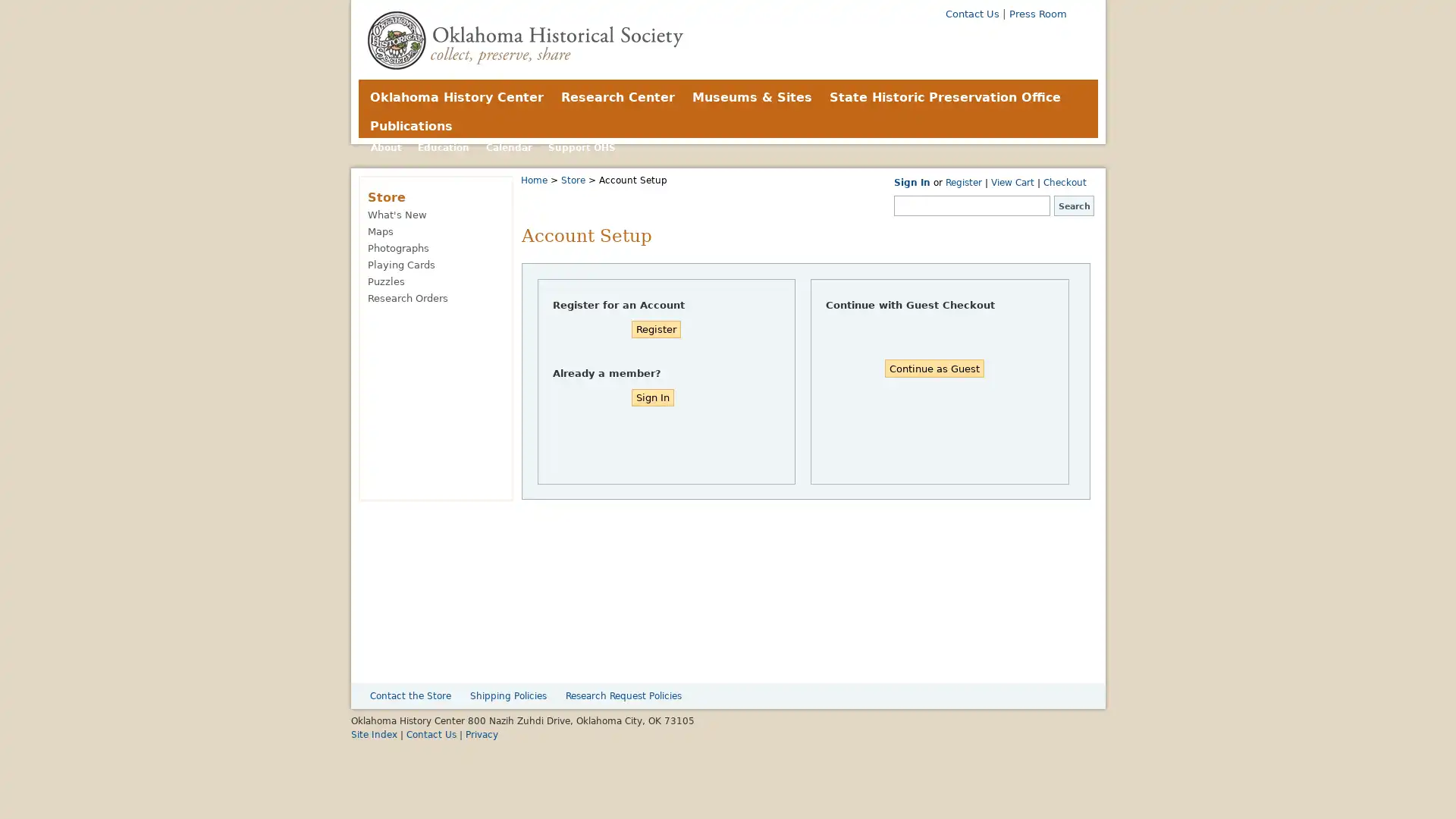 The height and width of the screenshot is (819, 1456). Describe the element at coordinates (655, 328) in the screenshot. I see `Register` at that location.